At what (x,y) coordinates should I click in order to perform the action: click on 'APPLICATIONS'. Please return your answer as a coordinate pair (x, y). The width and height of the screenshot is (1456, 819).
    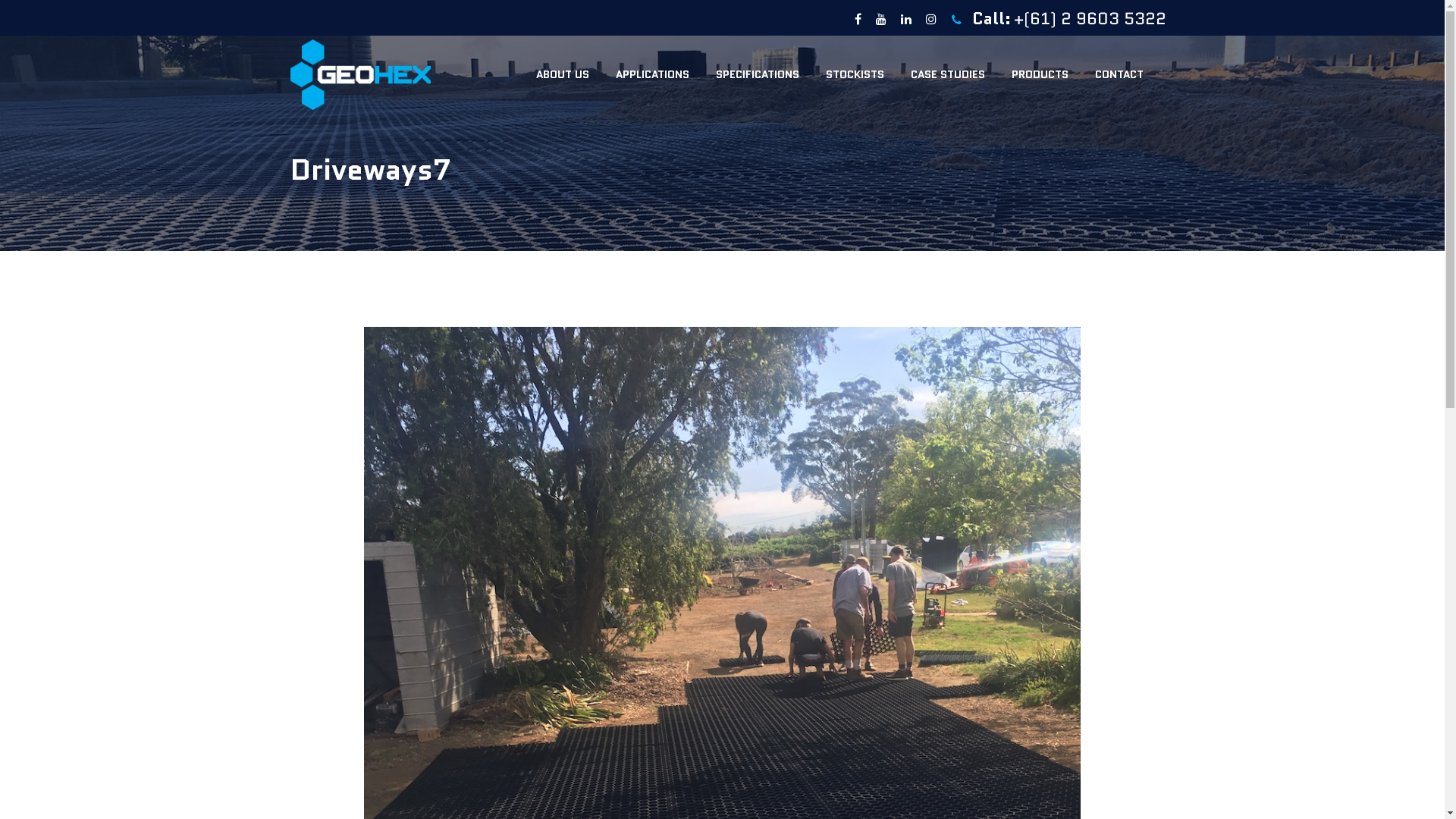
    Looking at the image, I should click on (651, 74).